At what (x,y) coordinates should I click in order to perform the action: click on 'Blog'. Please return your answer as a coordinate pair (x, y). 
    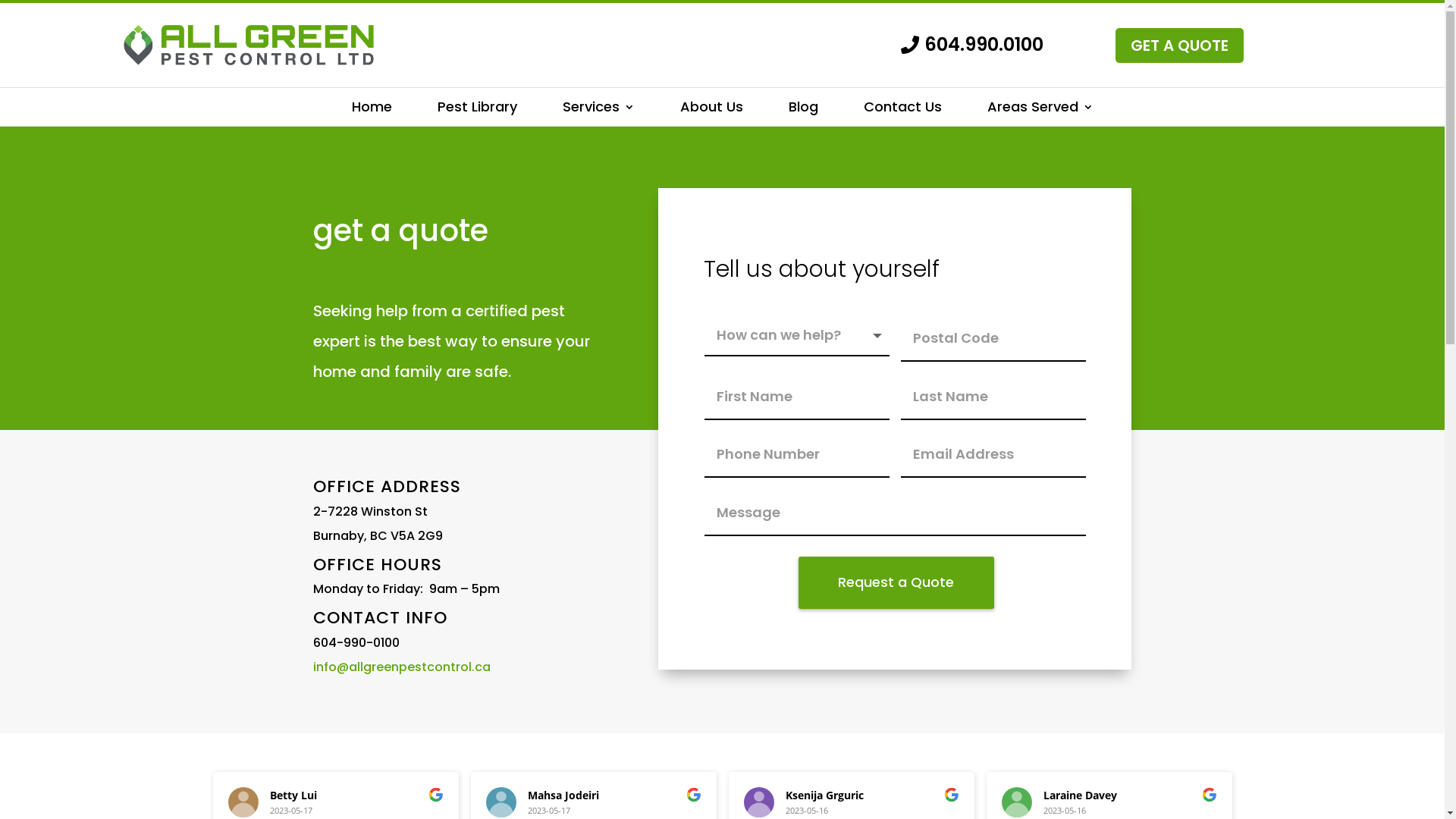
    Looking at the image, I should click on (802, 109).